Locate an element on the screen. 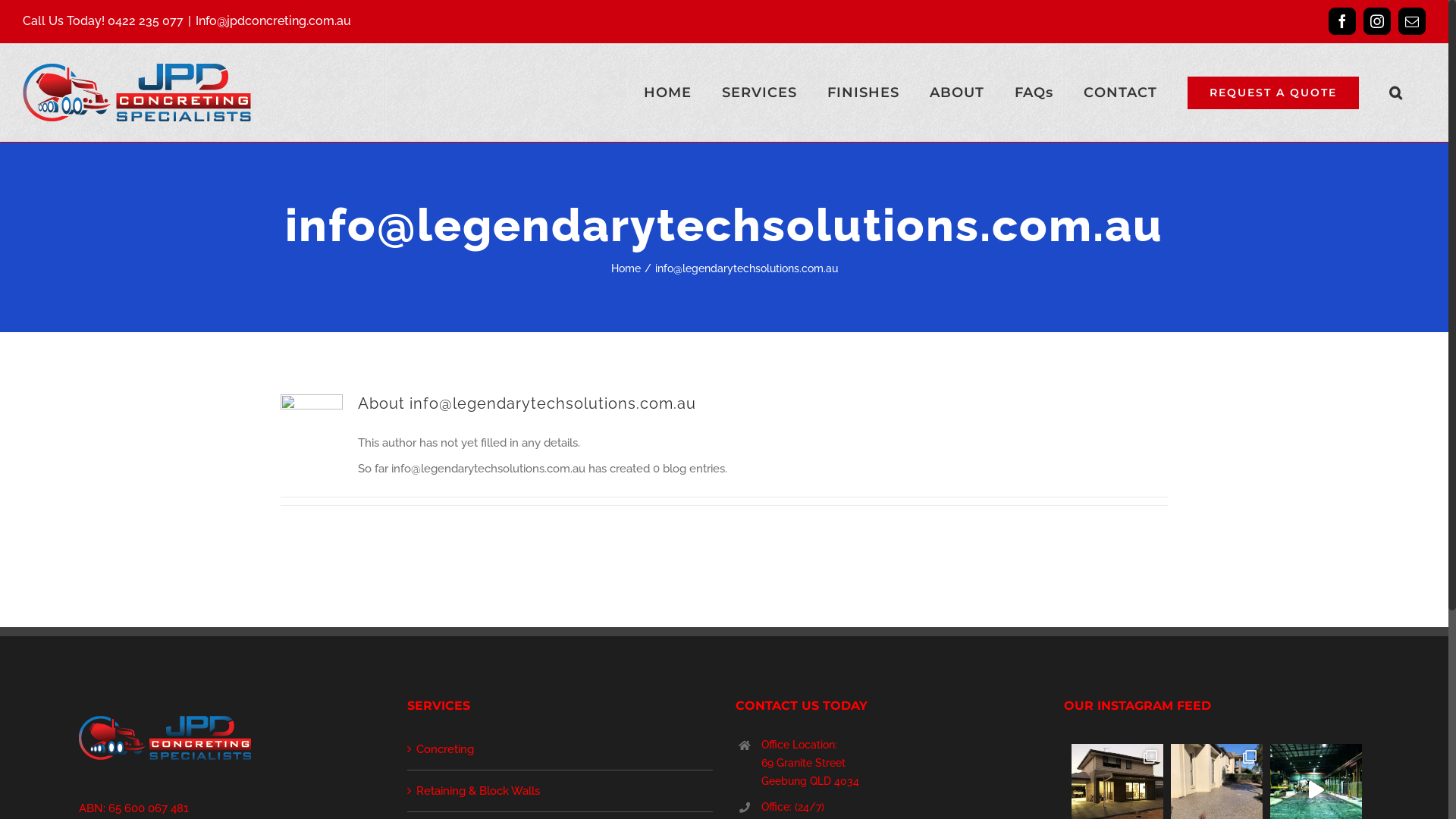 The height and width of the screenshot is (819, 1456). 'Search' is located at coordinates (1395, 93).